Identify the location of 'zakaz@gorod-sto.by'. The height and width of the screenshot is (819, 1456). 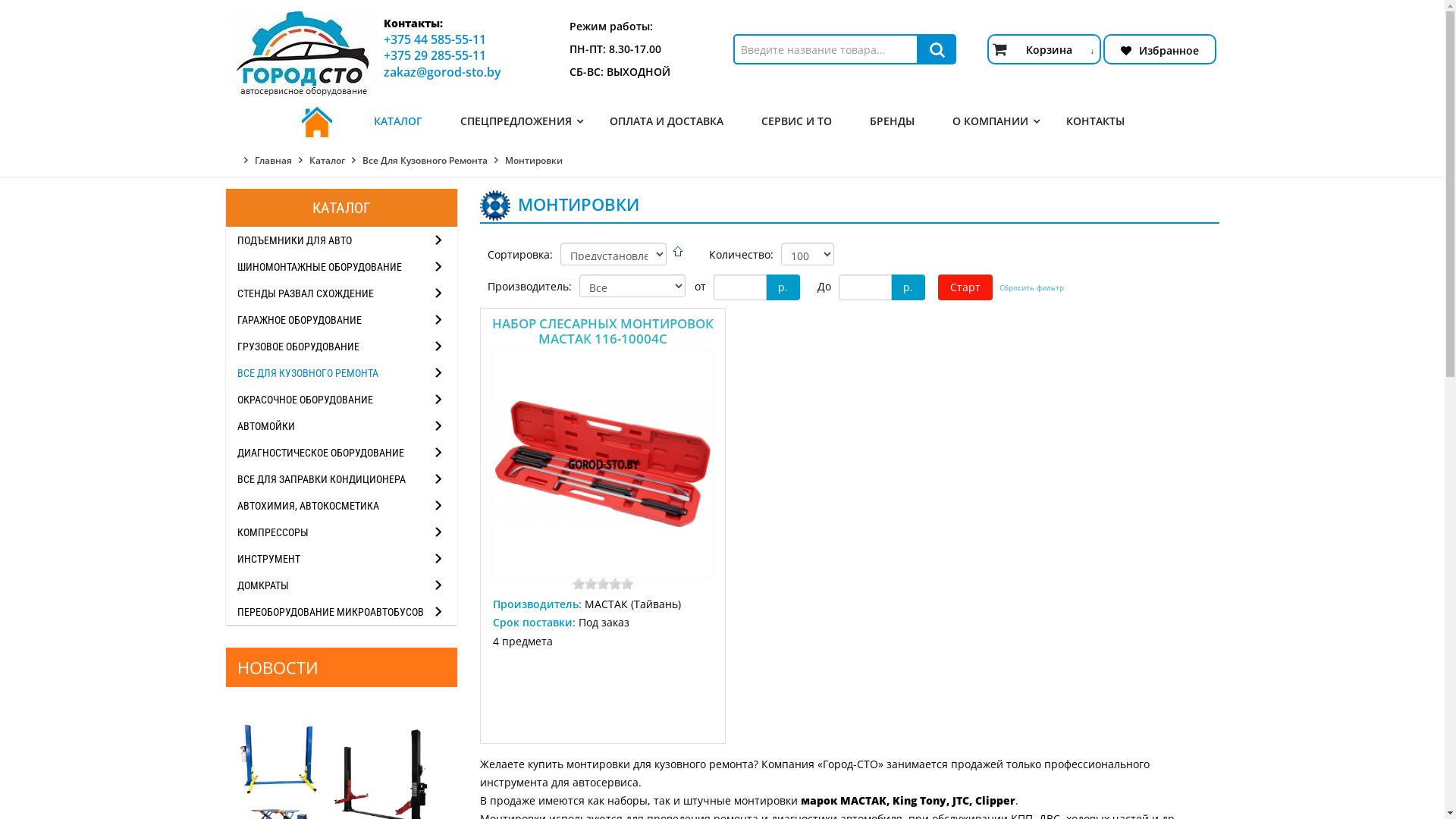
(441, 72).